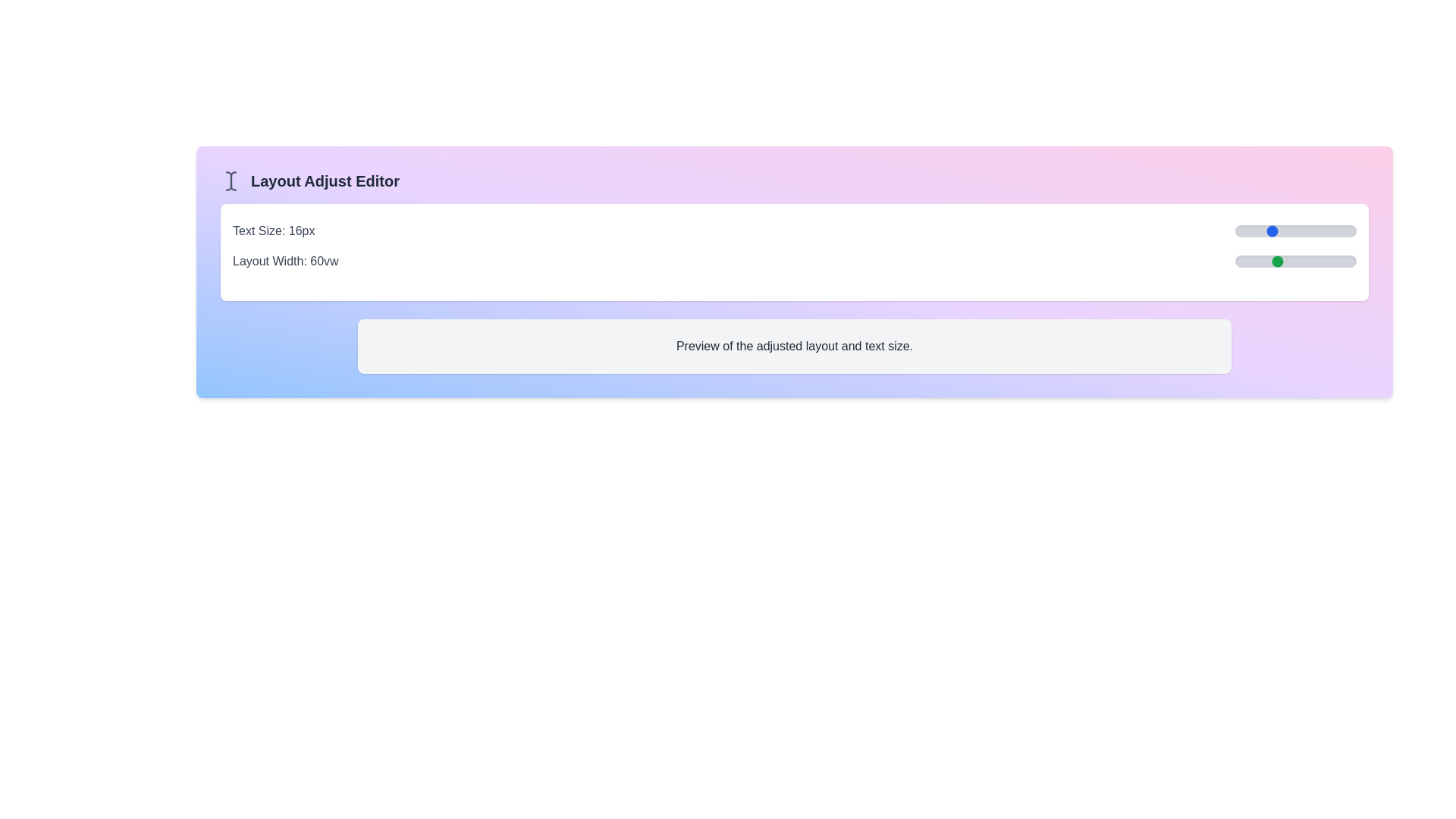 The width and height of the screenshot is (1456, 819). I want to click on the text size, so click(1312, 231).